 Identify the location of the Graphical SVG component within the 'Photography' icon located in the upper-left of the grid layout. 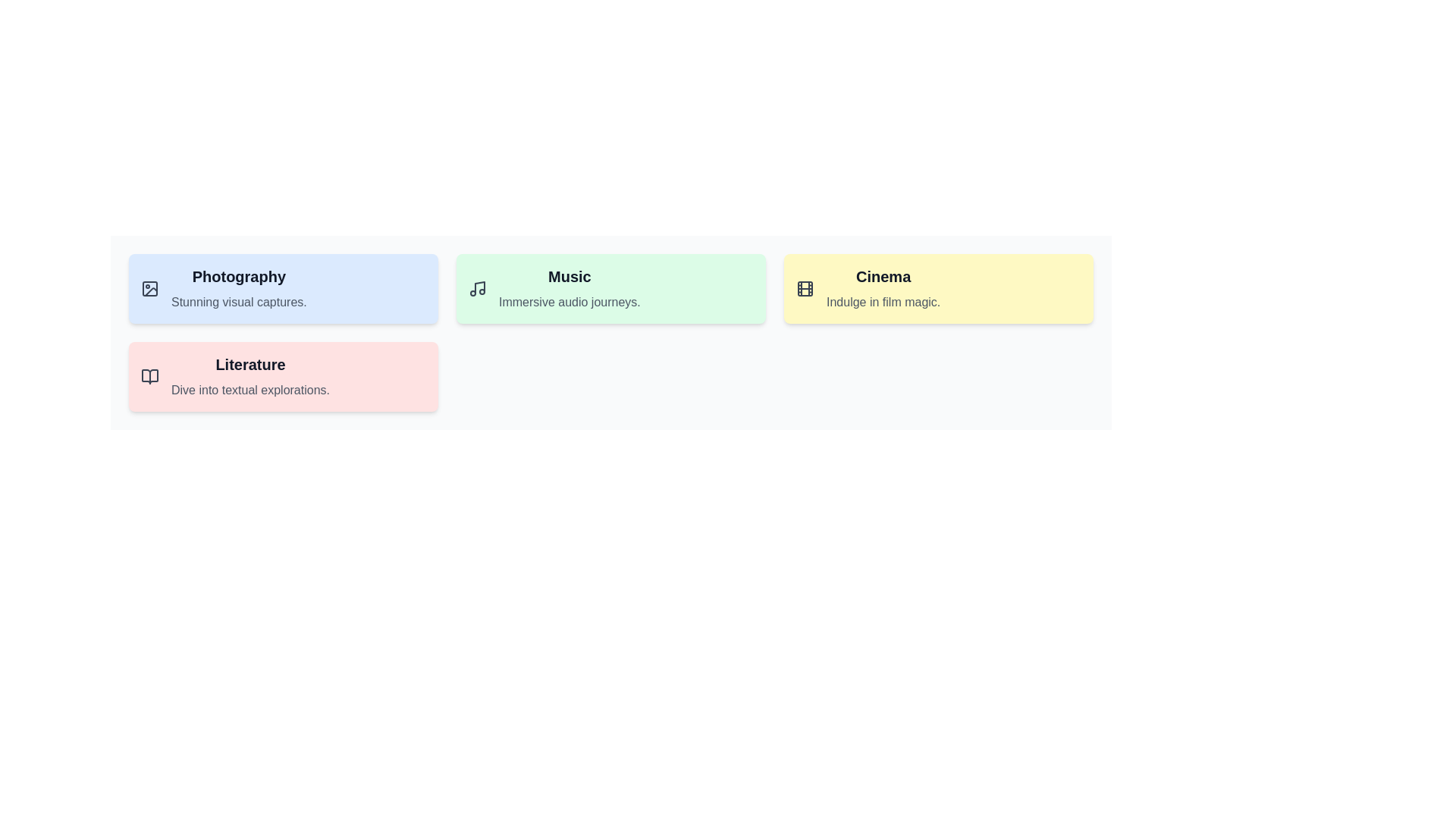
(151, 292).